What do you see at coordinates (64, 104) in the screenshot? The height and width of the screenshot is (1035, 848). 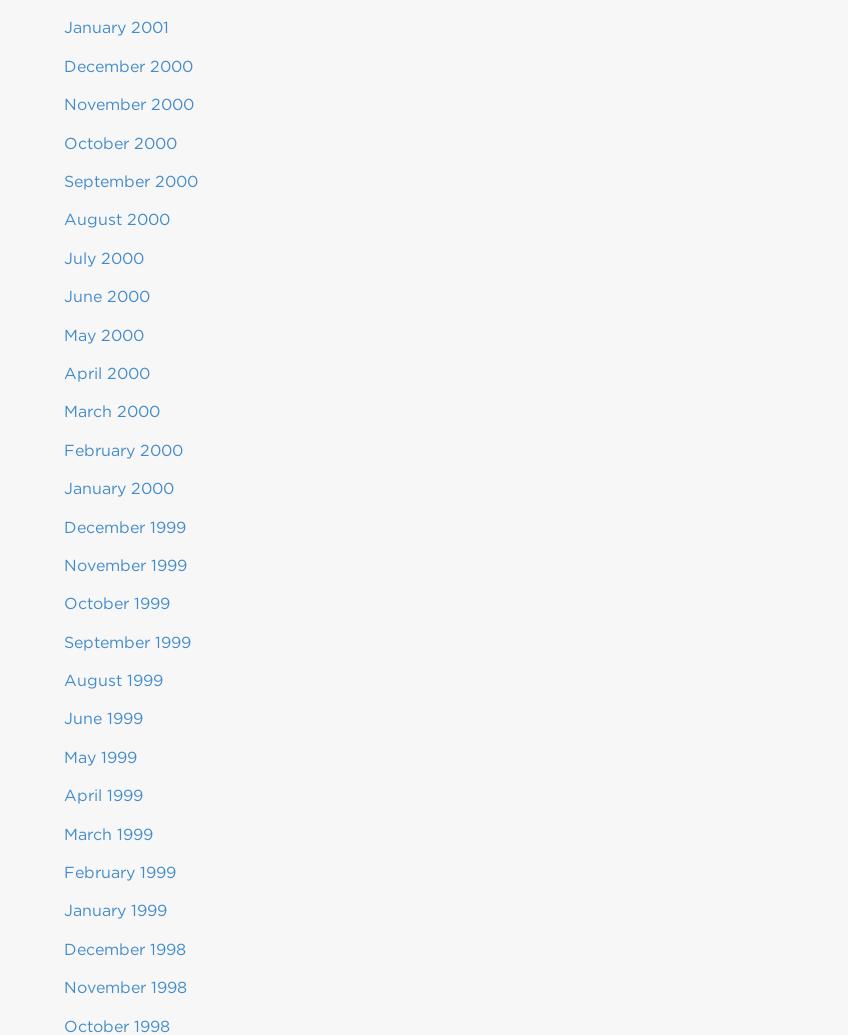 I see `'November 2000'` at bounding box center [64, 104].